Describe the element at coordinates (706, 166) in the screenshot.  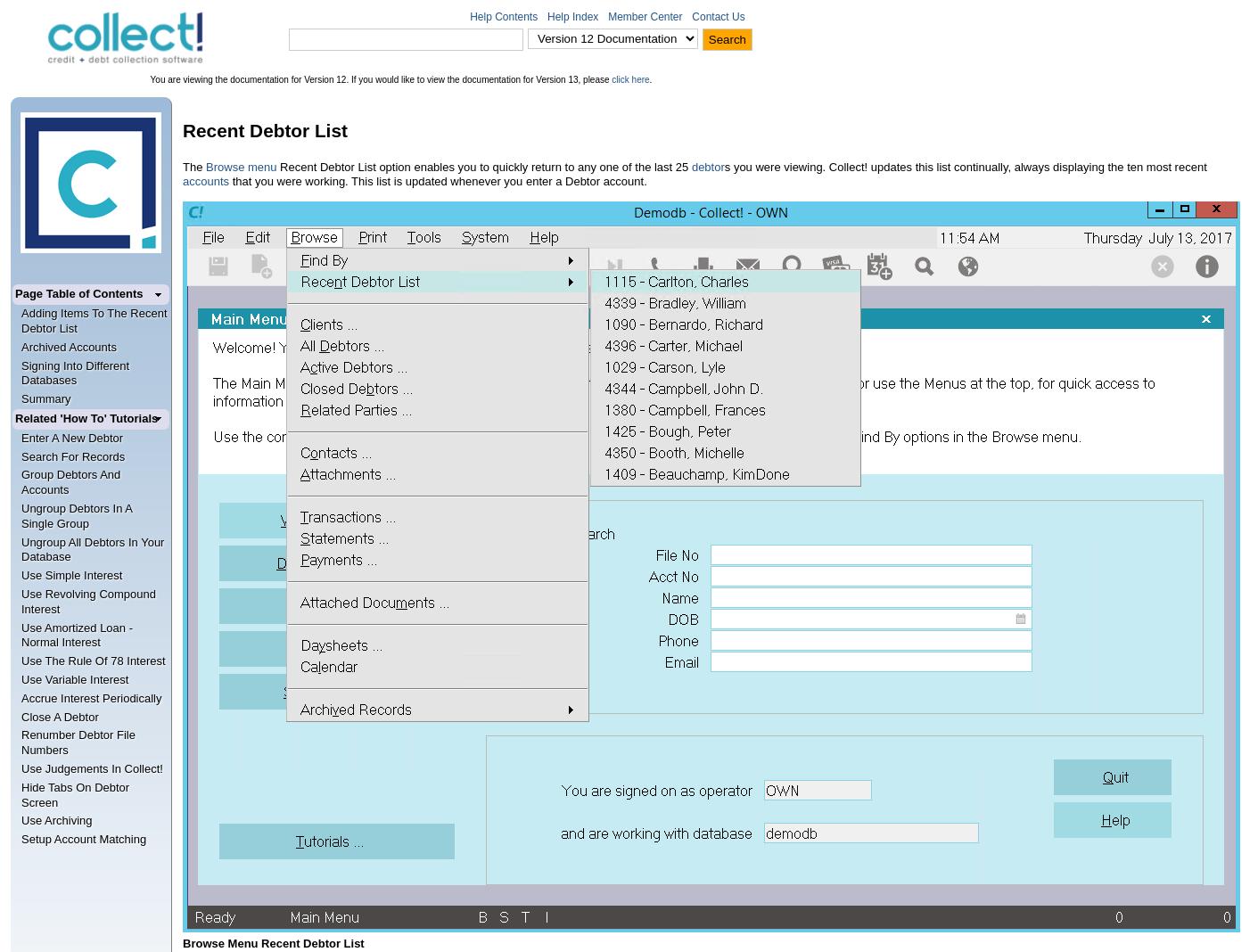
I see `'debtor'` at that location.